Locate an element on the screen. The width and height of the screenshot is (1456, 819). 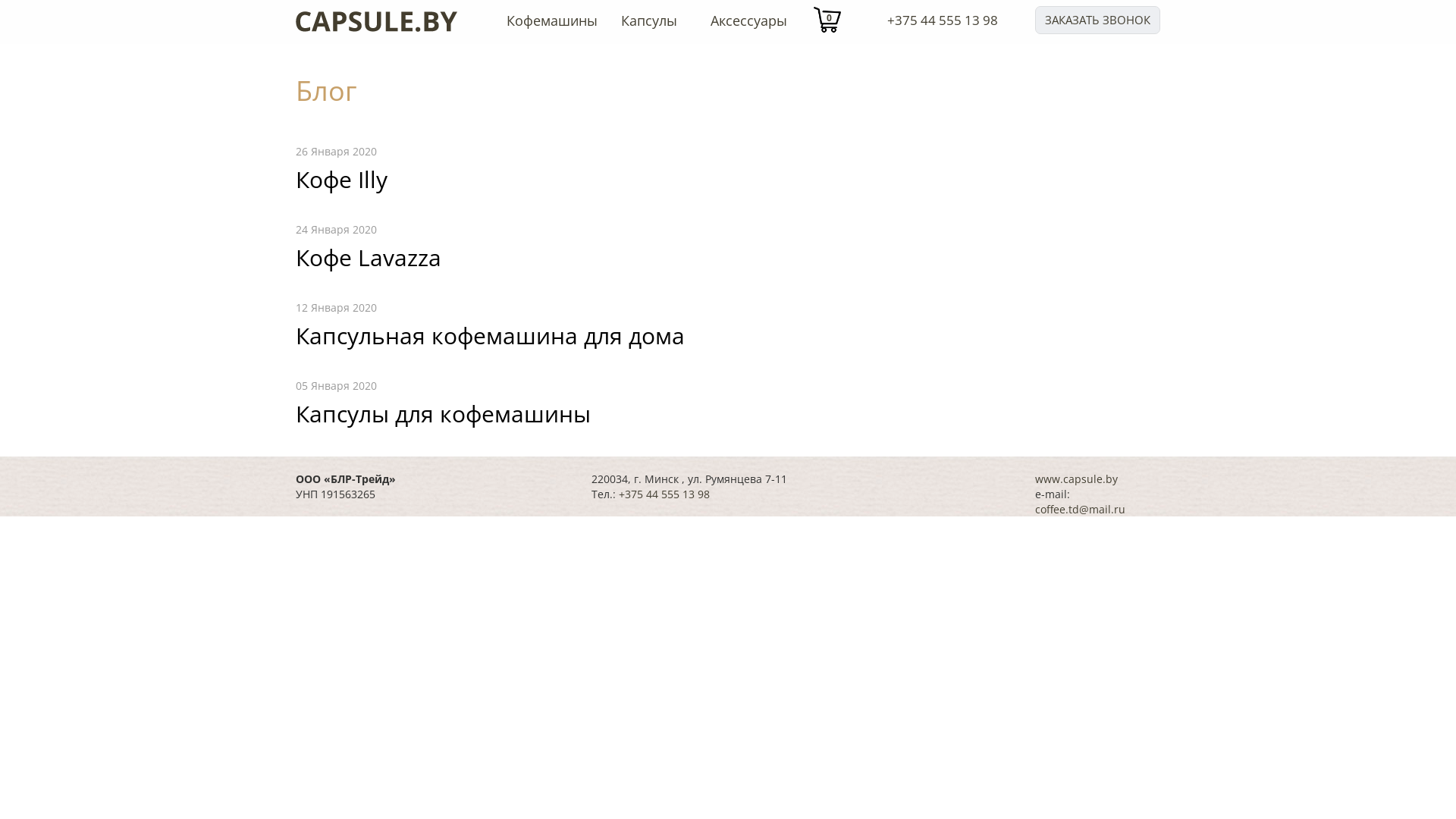
'+375 44 555 13 98' is located at coordinates (942, 20).